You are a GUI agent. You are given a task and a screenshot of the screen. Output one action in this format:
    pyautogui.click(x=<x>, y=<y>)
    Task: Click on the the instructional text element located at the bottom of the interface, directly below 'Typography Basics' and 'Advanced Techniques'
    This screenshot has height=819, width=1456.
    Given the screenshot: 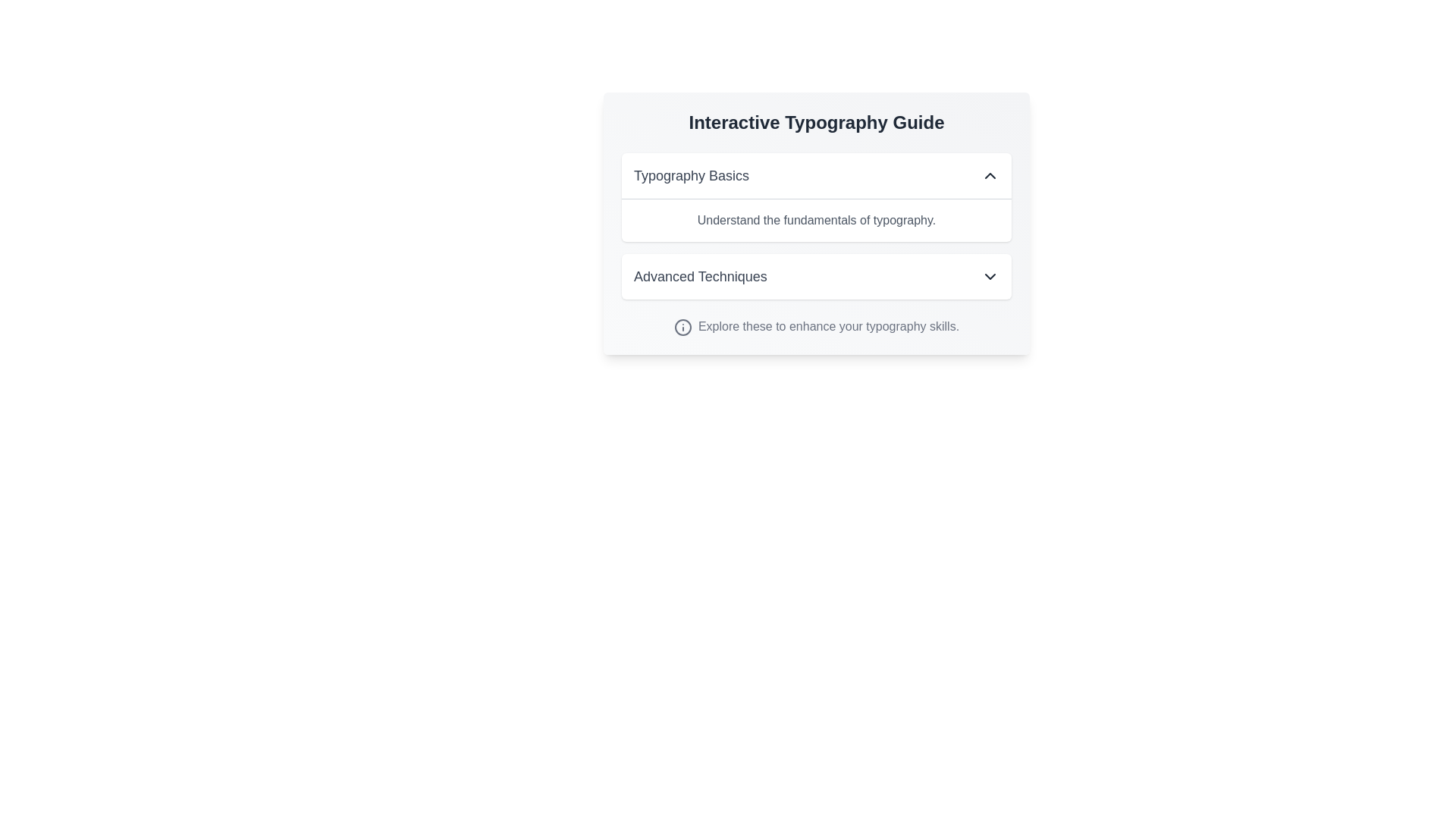 What is the action you would take?
    pyautogui.click(x=815, y=326)
    